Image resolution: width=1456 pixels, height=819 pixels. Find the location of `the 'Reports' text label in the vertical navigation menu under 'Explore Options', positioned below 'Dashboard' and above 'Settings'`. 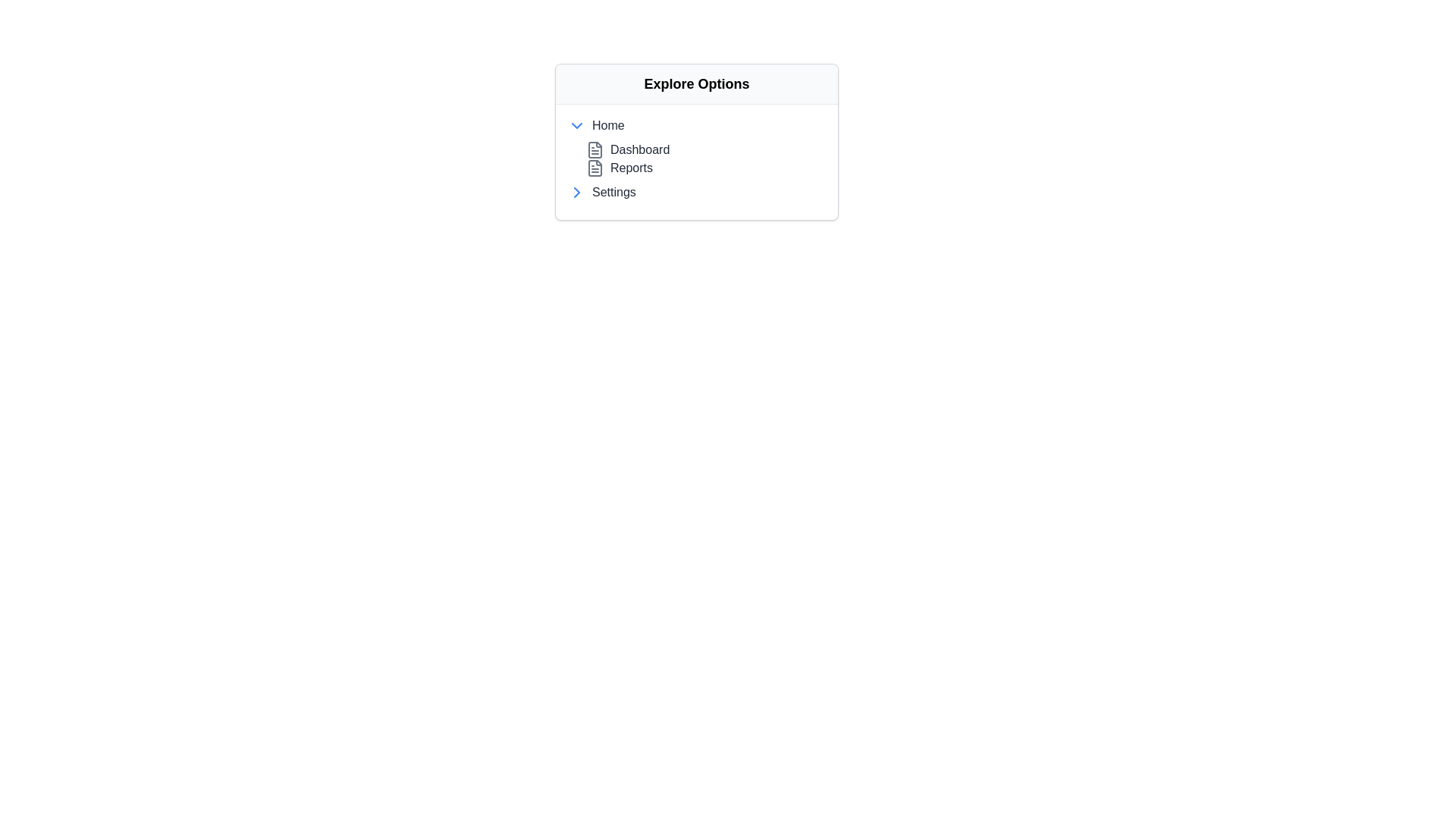

the 'Reports' text label in the vertical navigation menu under 'Explore Options', positioned below 'Dashboard' and above 'Settings' is located at coordinates (632, 168).